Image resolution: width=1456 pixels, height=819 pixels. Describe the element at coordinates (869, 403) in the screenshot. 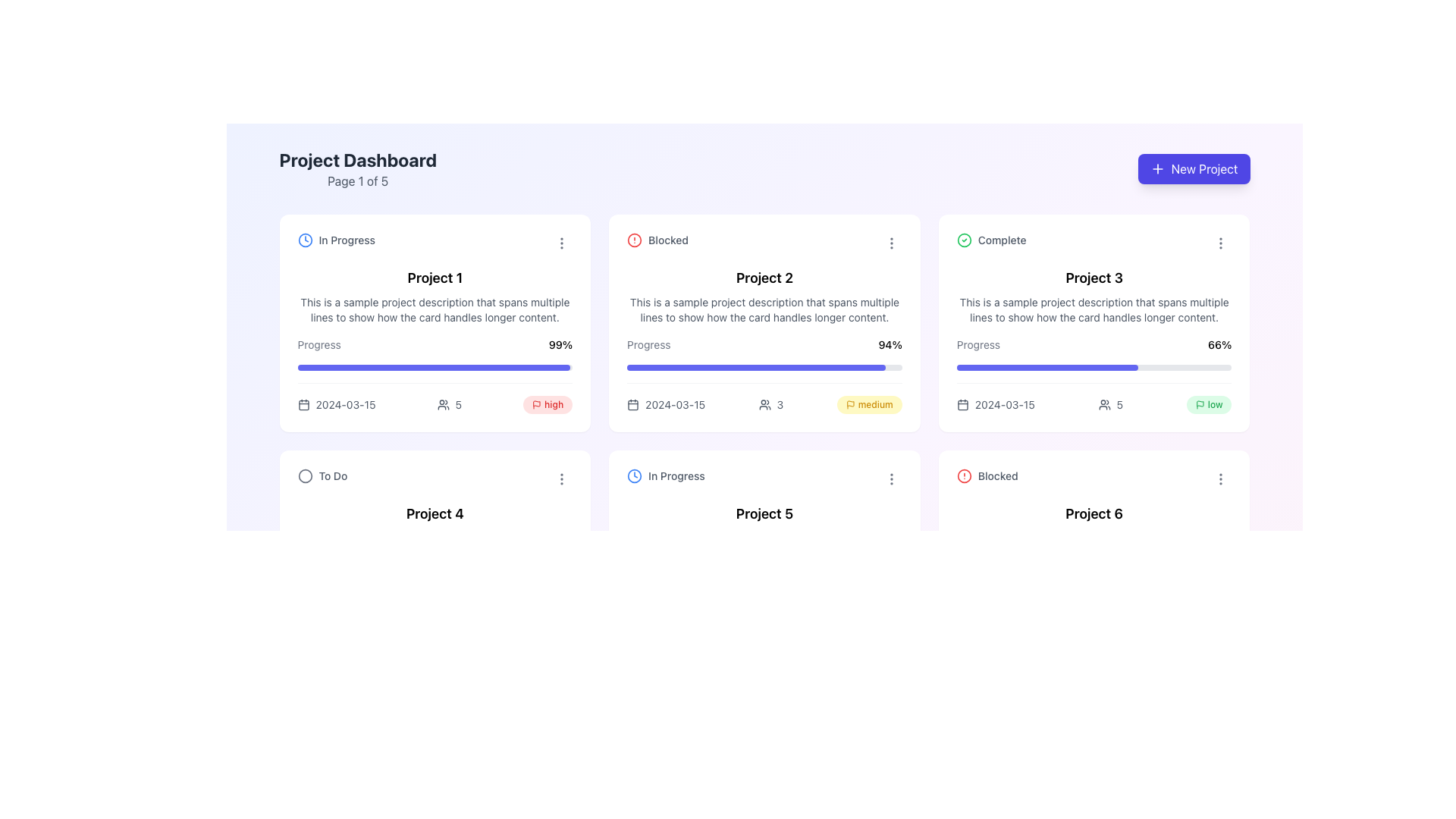

I see `the label with an icon indicating the priority or status of the project located in the second card of the second row in the project dashboard, near the date and user count information` at that location.